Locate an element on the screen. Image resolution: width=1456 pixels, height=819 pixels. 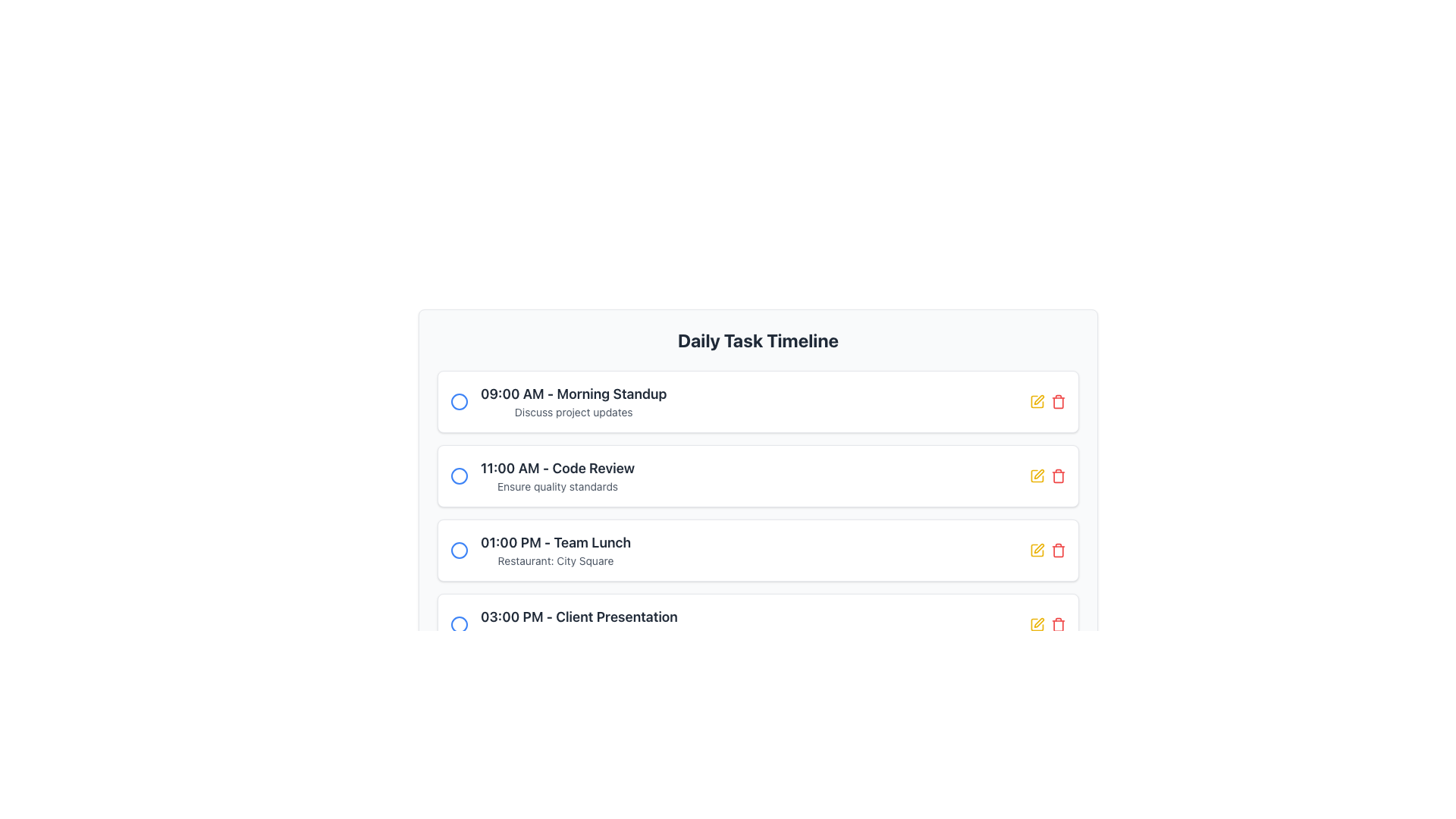
the editing icon component that suggests the option to edit task details, located to the right of the task labeled '11:00 AM - Code Review.' is located at coordinates (1037, 625).